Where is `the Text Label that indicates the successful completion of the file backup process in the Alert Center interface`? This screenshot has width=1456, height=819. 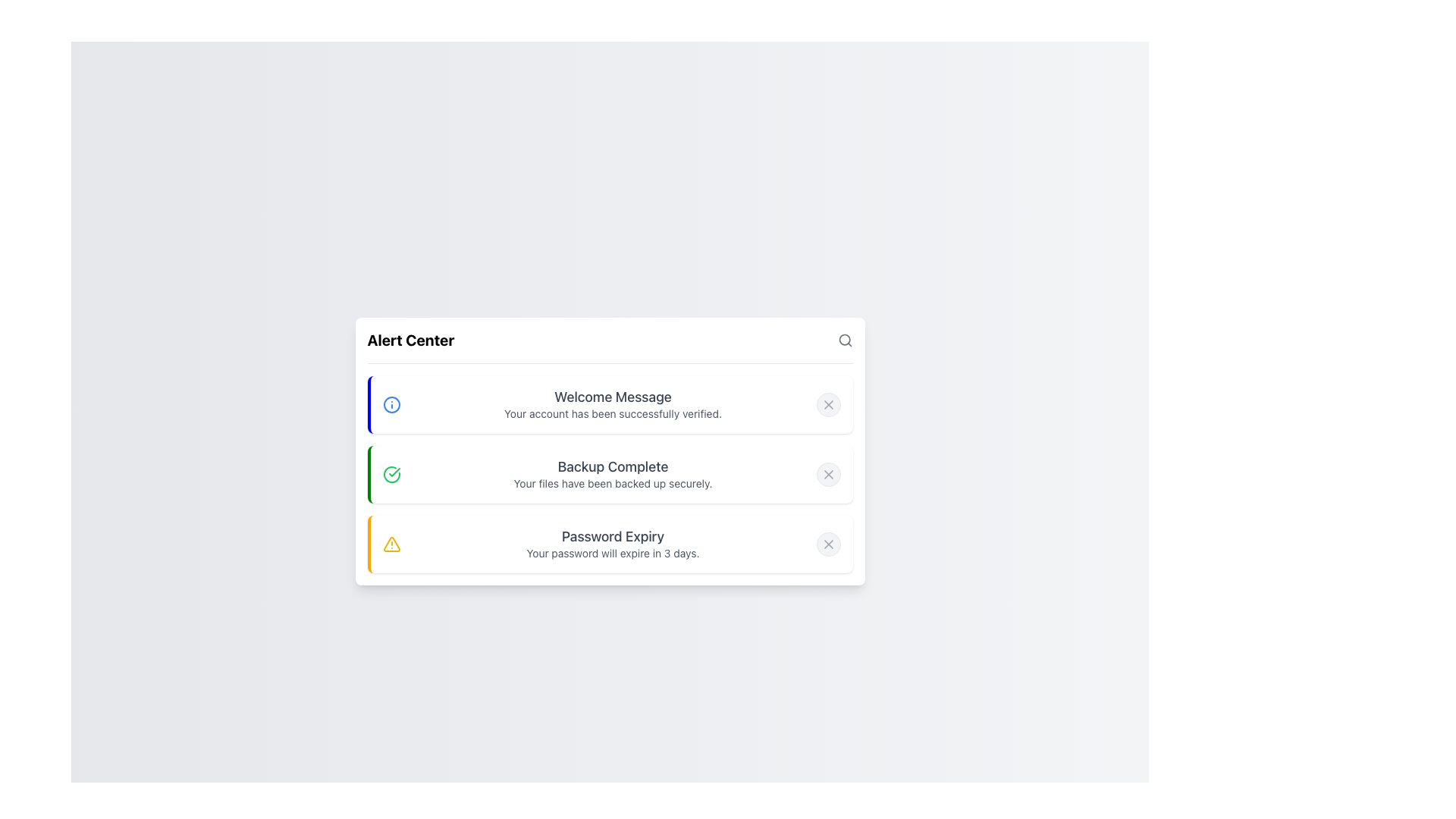
the Text Label that indicates the successful completion of the file backup process in the Alert Center interface is located at coordinates (613, 466).